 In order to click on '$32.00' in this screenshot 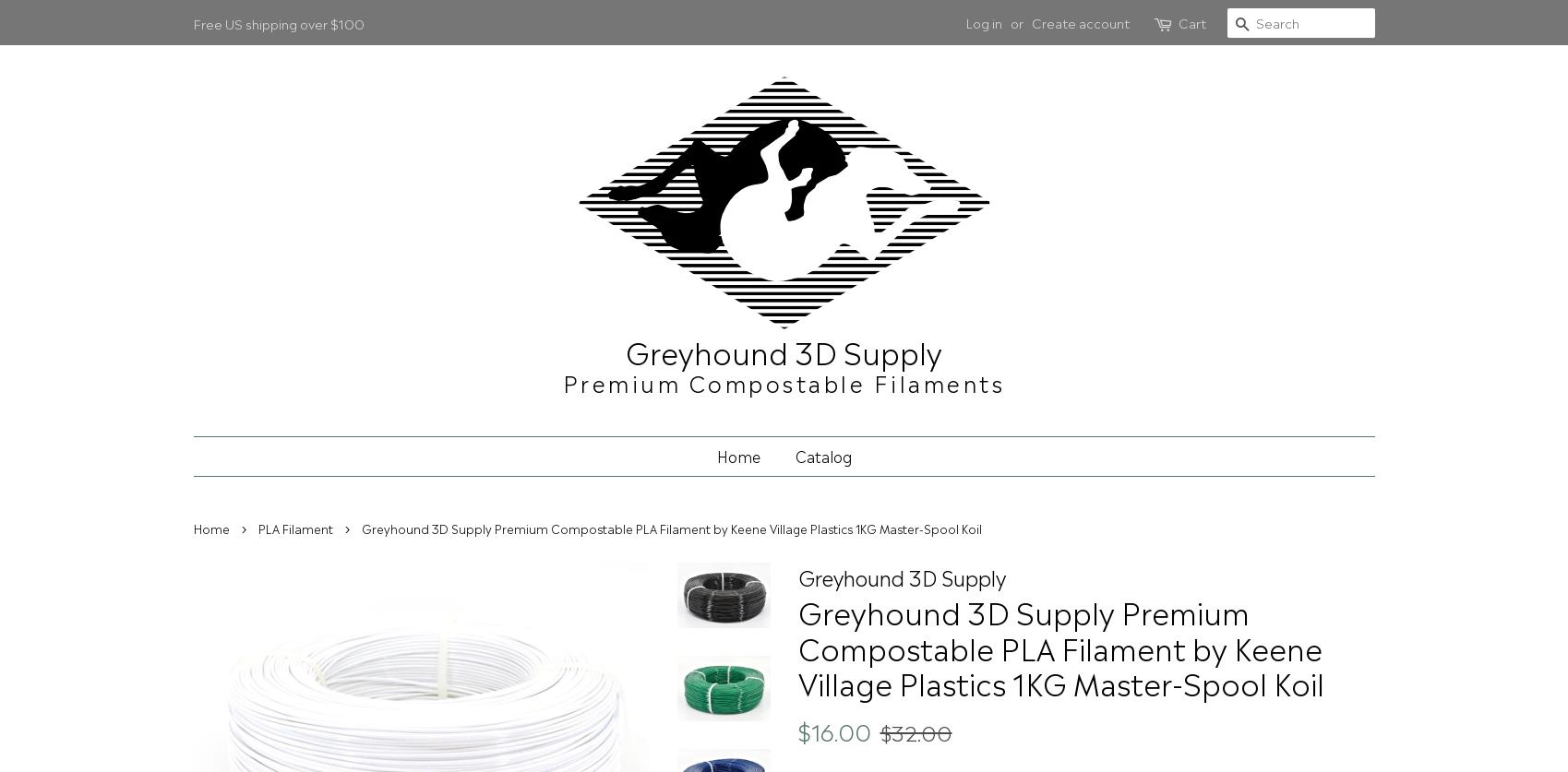, I will do `click(916, 730)`.